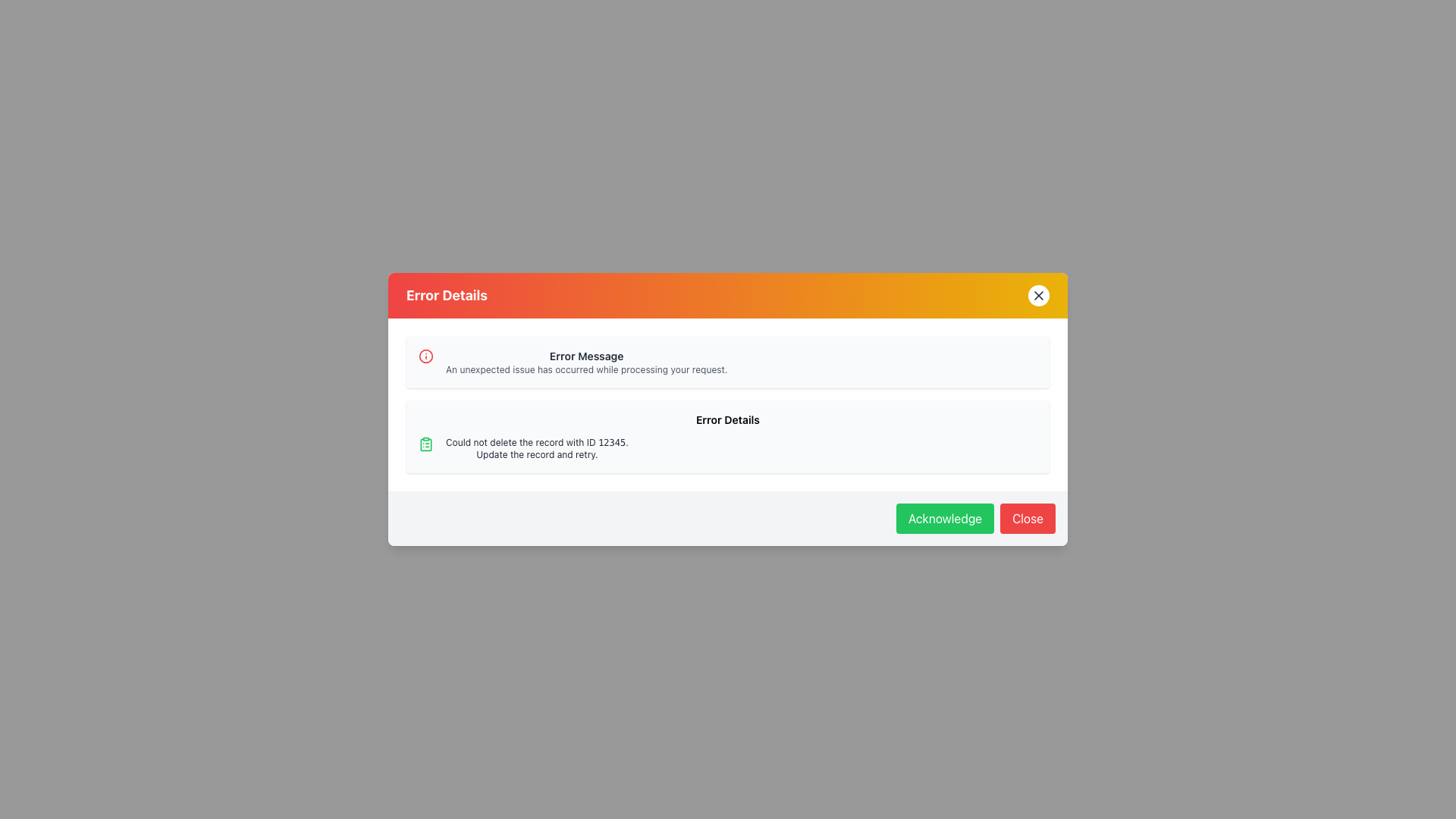 The height and width of the screenshot is (819, 1456). What do you see at coordinates (537, 442) in the screenshot?
I see `static text displaying the error message 'Could not delete the record with ID 12345.' located in the lower section of the error dialog box` at bounding box center [537, 442].